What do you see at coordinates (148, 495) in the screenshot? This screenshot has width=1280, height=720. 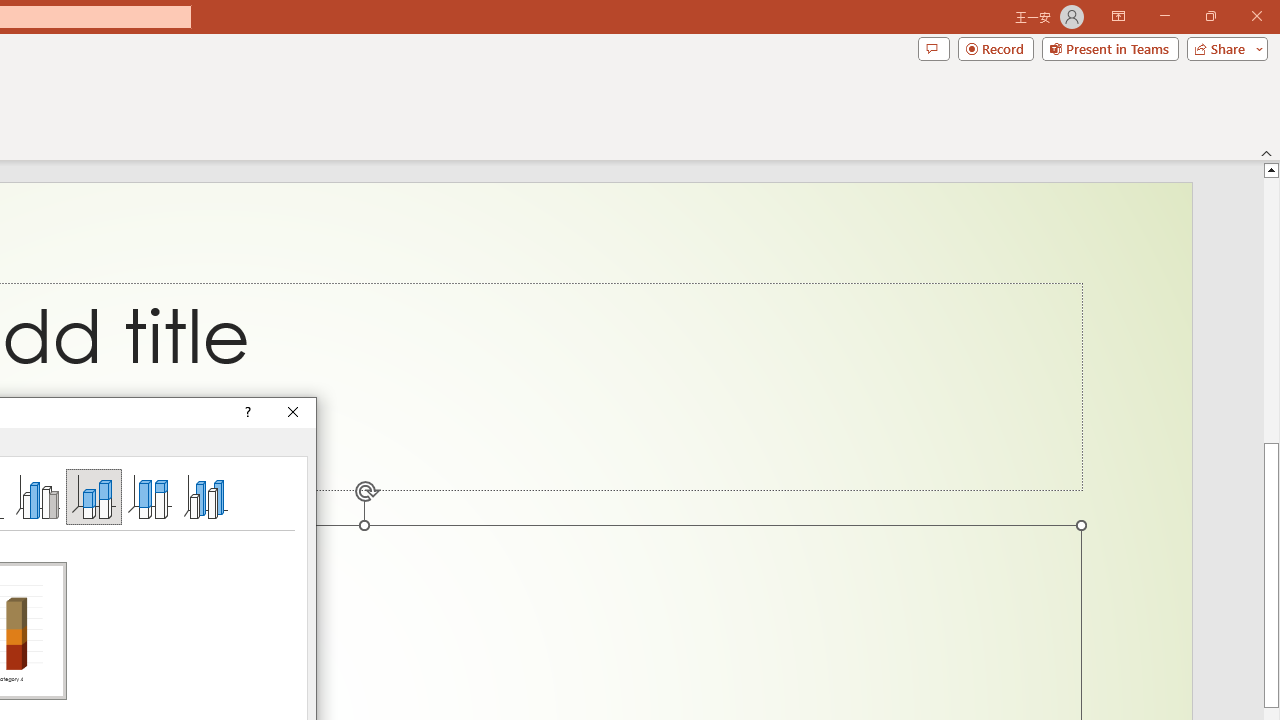 I see `'3-D 100% Stacked Column'` at bounding box center [148, 495].